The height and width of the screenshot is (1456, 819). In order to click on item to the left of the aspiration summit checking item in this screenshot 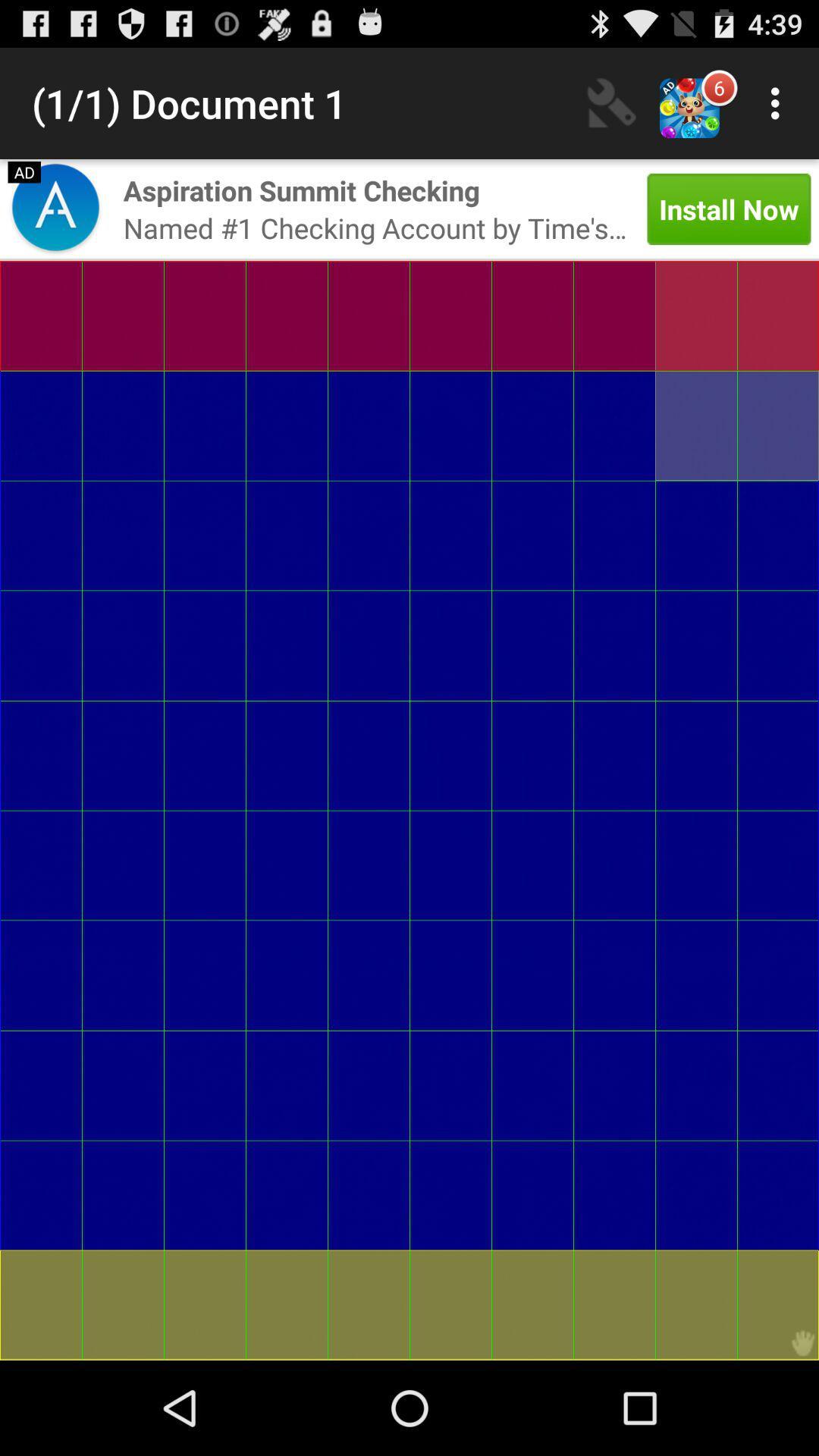, I will do `click(55, 209)`.